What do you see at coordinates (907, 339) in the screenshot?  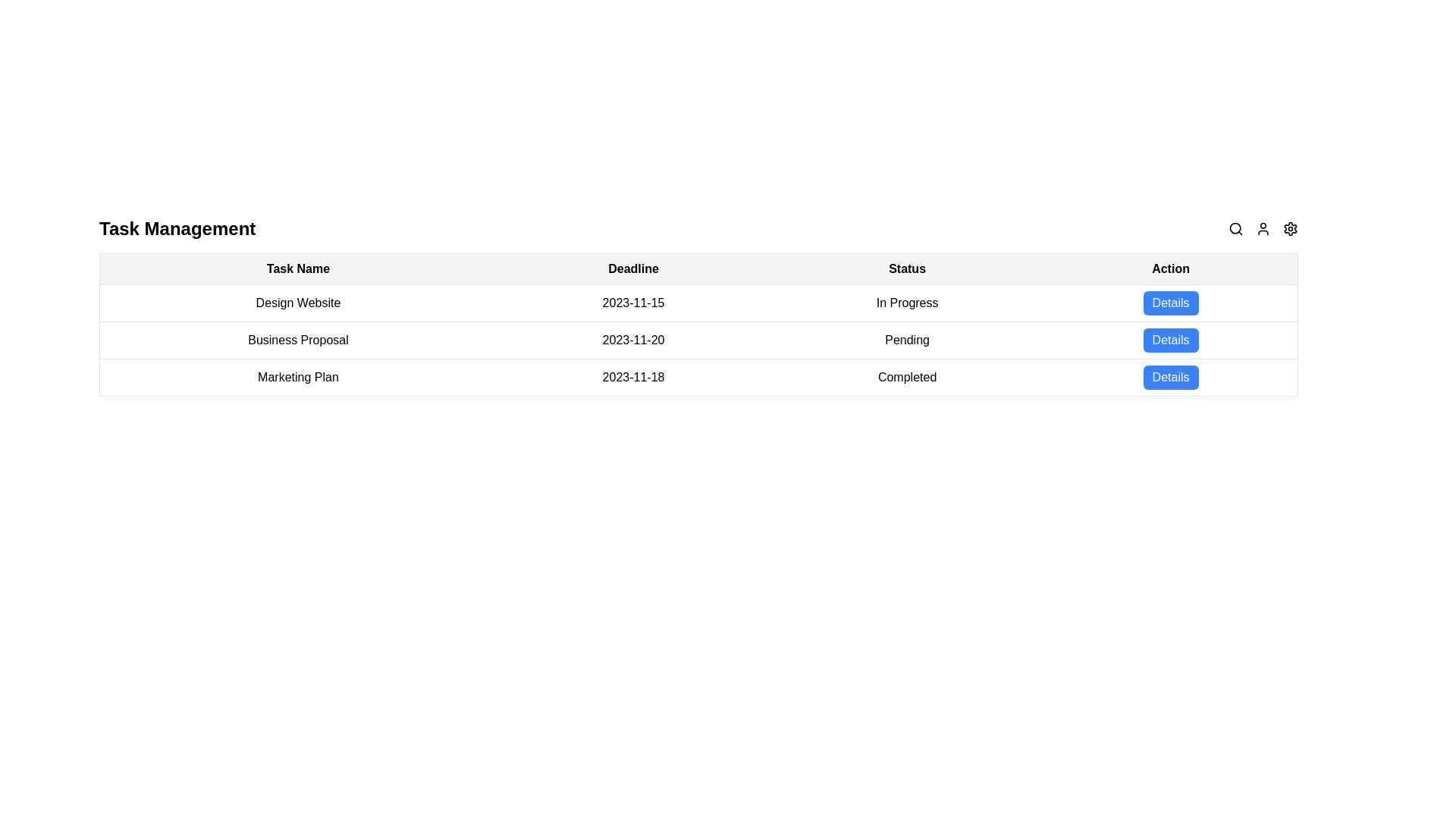 I see `the static text label indicating the status of the task marked as 'Pending' in the task management table` at bounding box center [907, 339].